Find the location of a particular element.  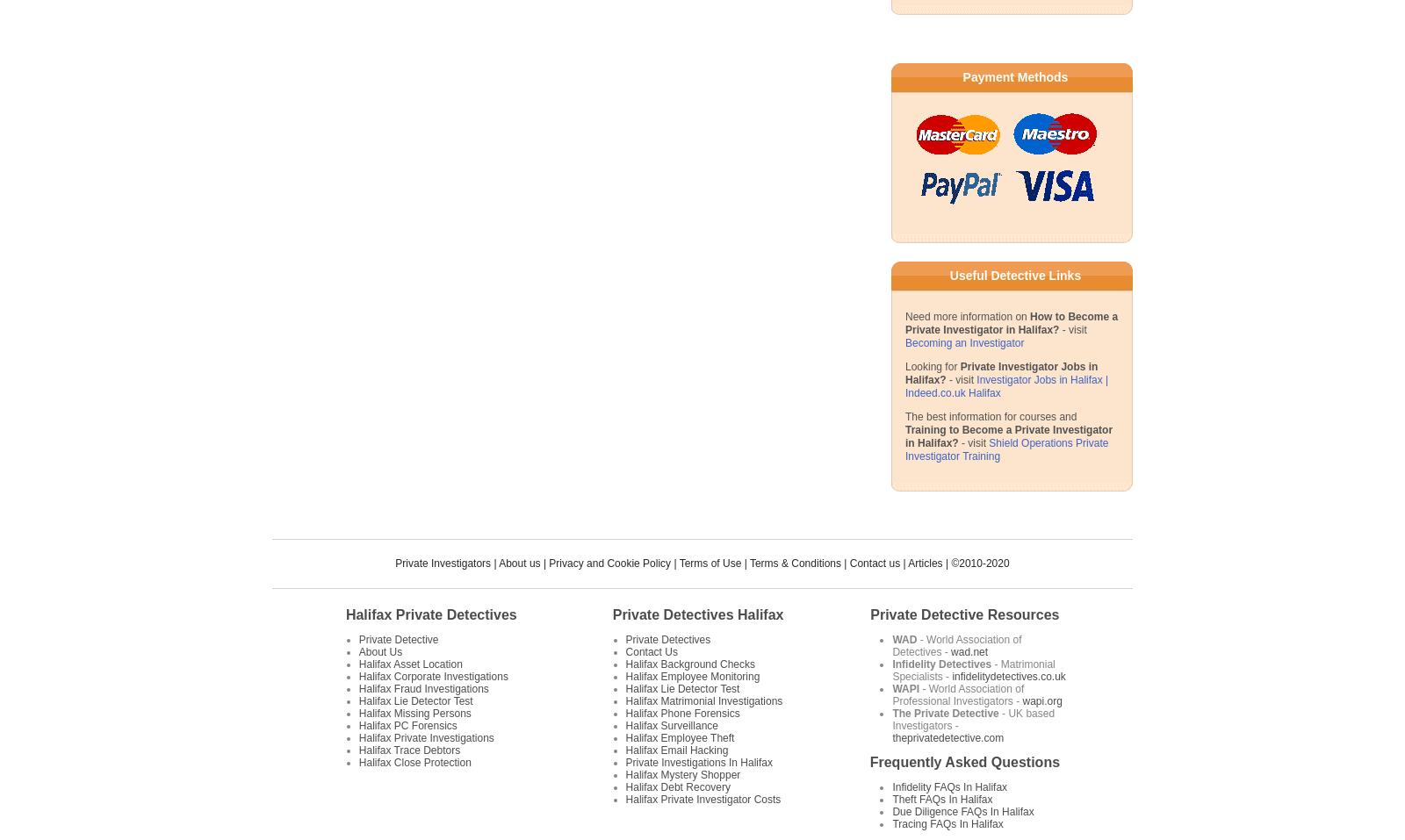

'Due Diligence FAQs In Halifax' is located at coordinates (962, 812).